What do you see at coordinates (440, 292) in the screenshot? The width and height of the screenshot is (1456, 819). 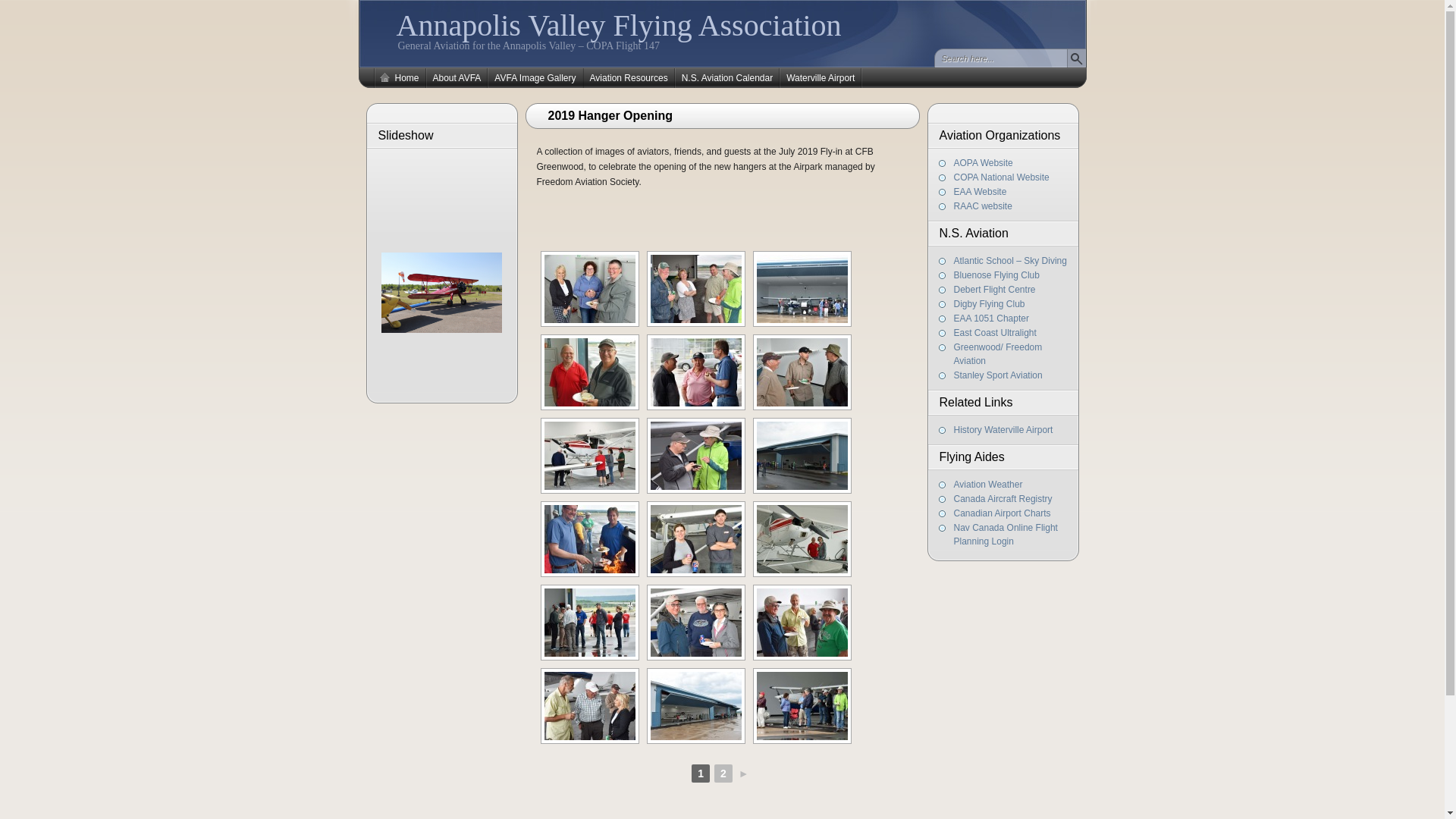 I see `'Boeing Stearman` at bounding box center [440, 292].